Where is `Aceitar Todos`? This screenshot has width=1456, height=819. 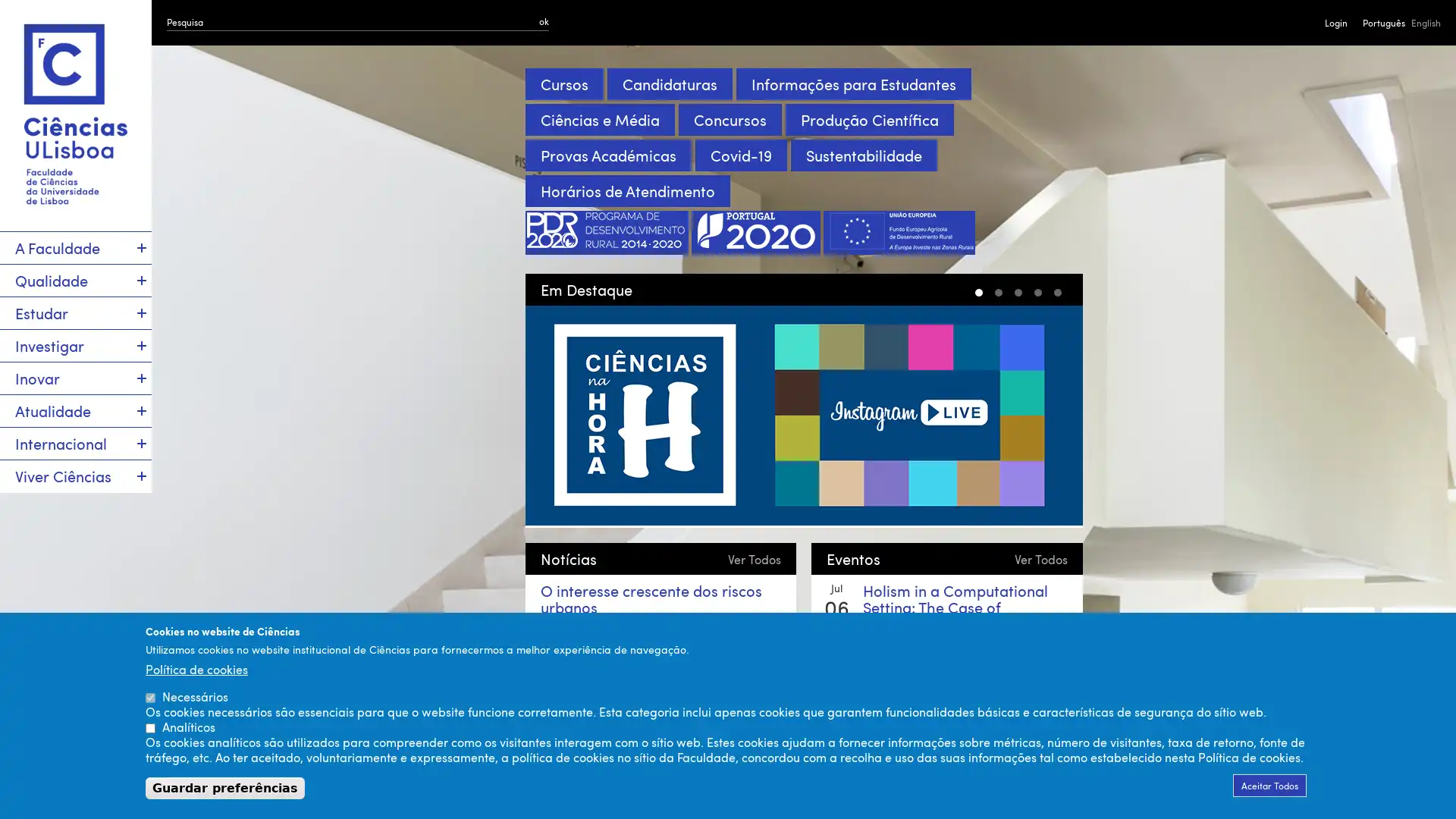 Aceitar Todos is located at coordinates (1269, 785).